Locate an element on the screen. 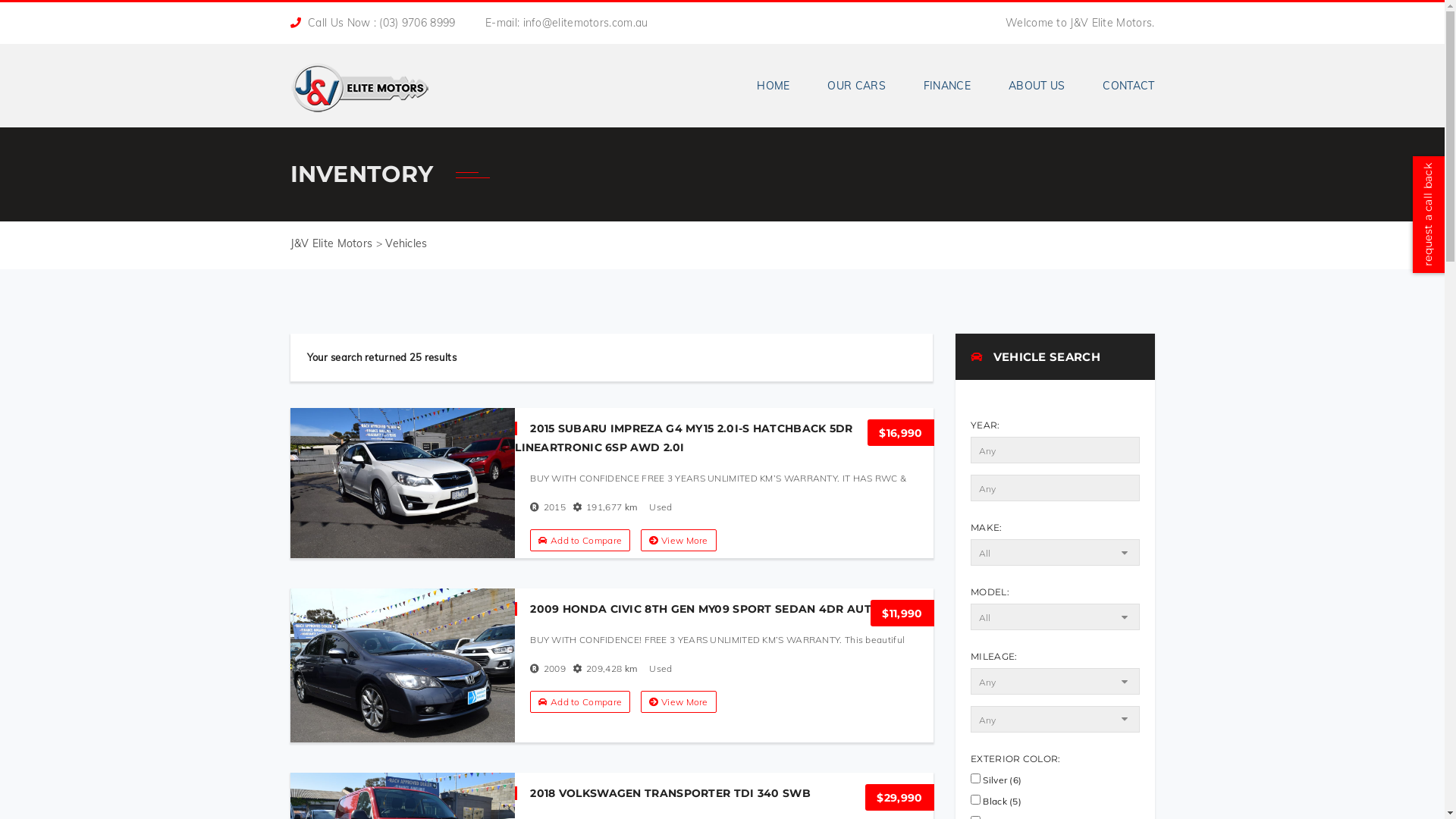  'OUR CARS' is located at coordinates (807, 85).